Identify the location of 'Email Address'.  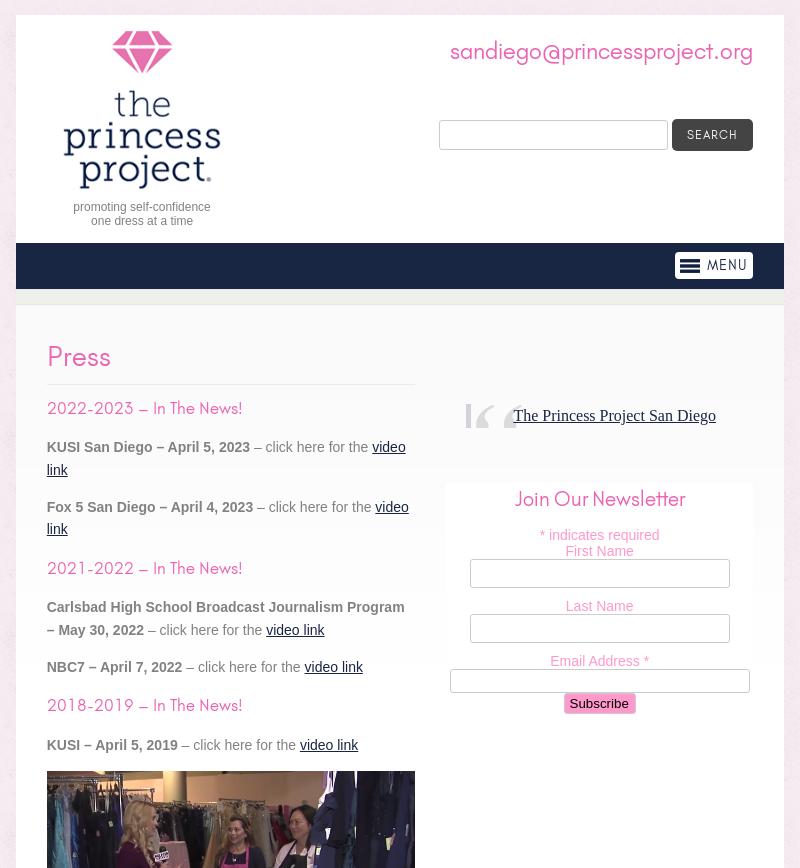
(550, 660).